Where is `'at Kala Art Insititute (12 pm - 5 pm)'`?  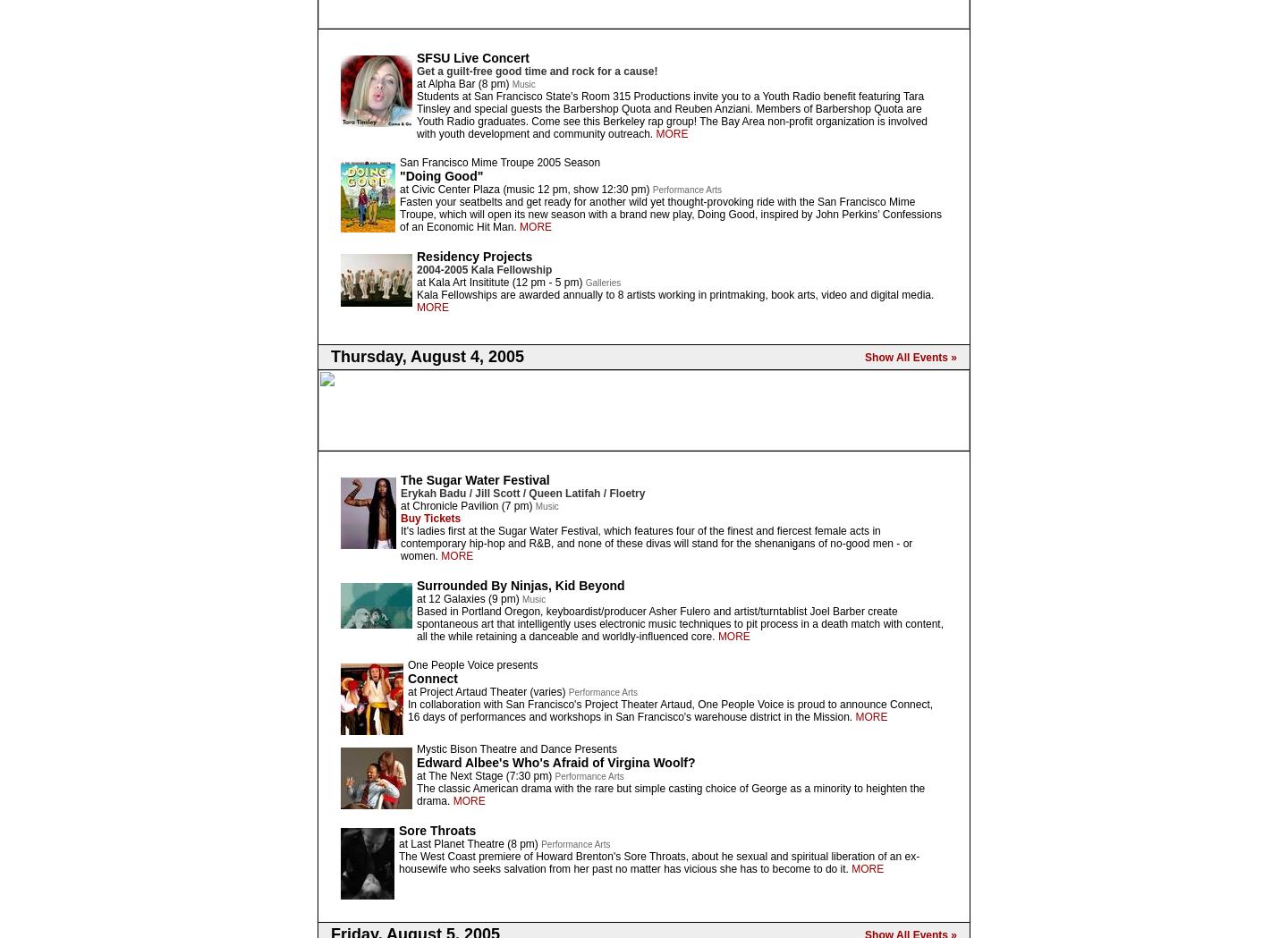 'at Kala Art Insititute (12 pm - 5 pm)' is located at coordinates (501, 282).